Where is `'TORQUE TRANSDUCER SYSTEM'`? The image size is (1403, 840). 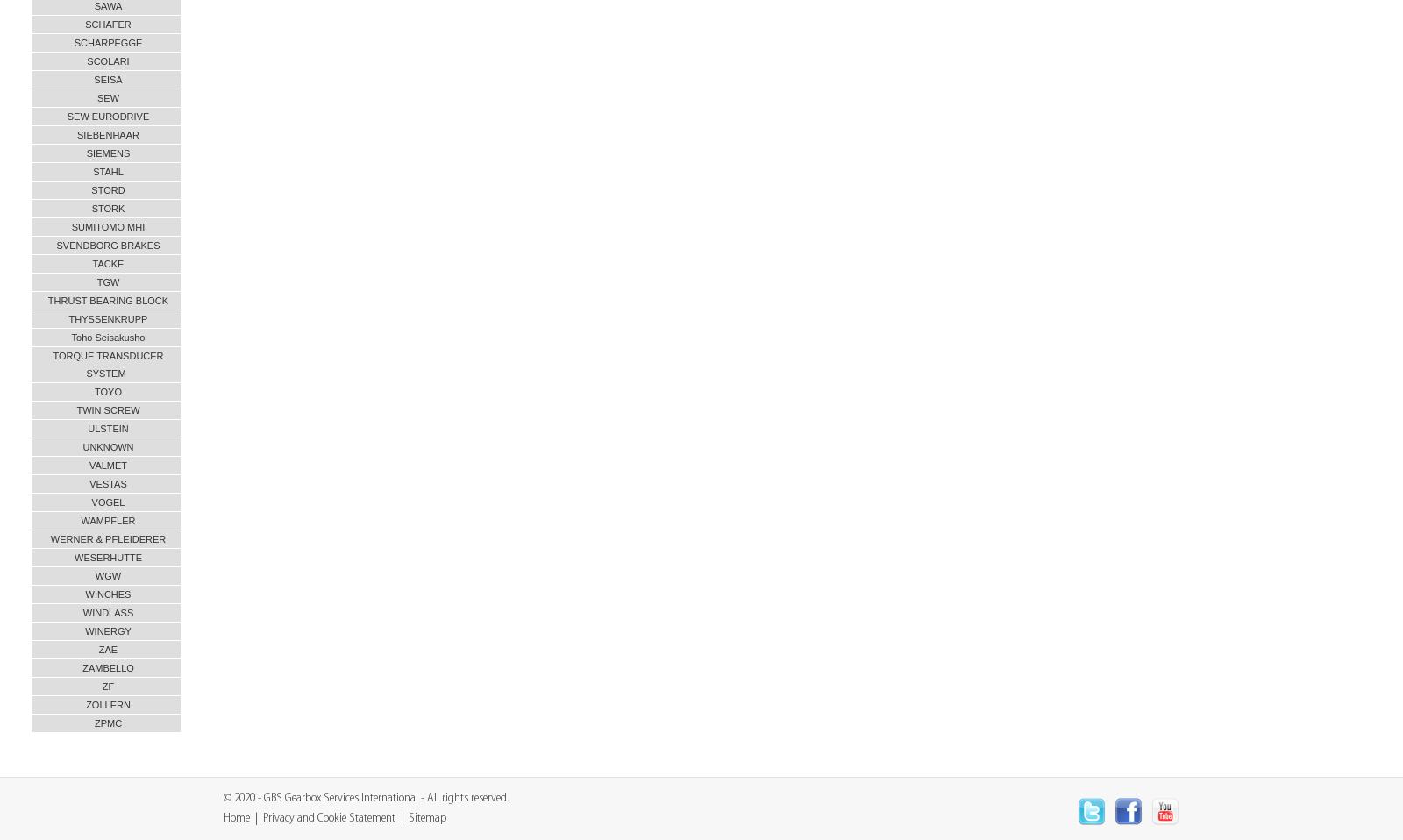
'TORQUE TRANSDUCER SYSTEM' is located at coordinates (52, 364).